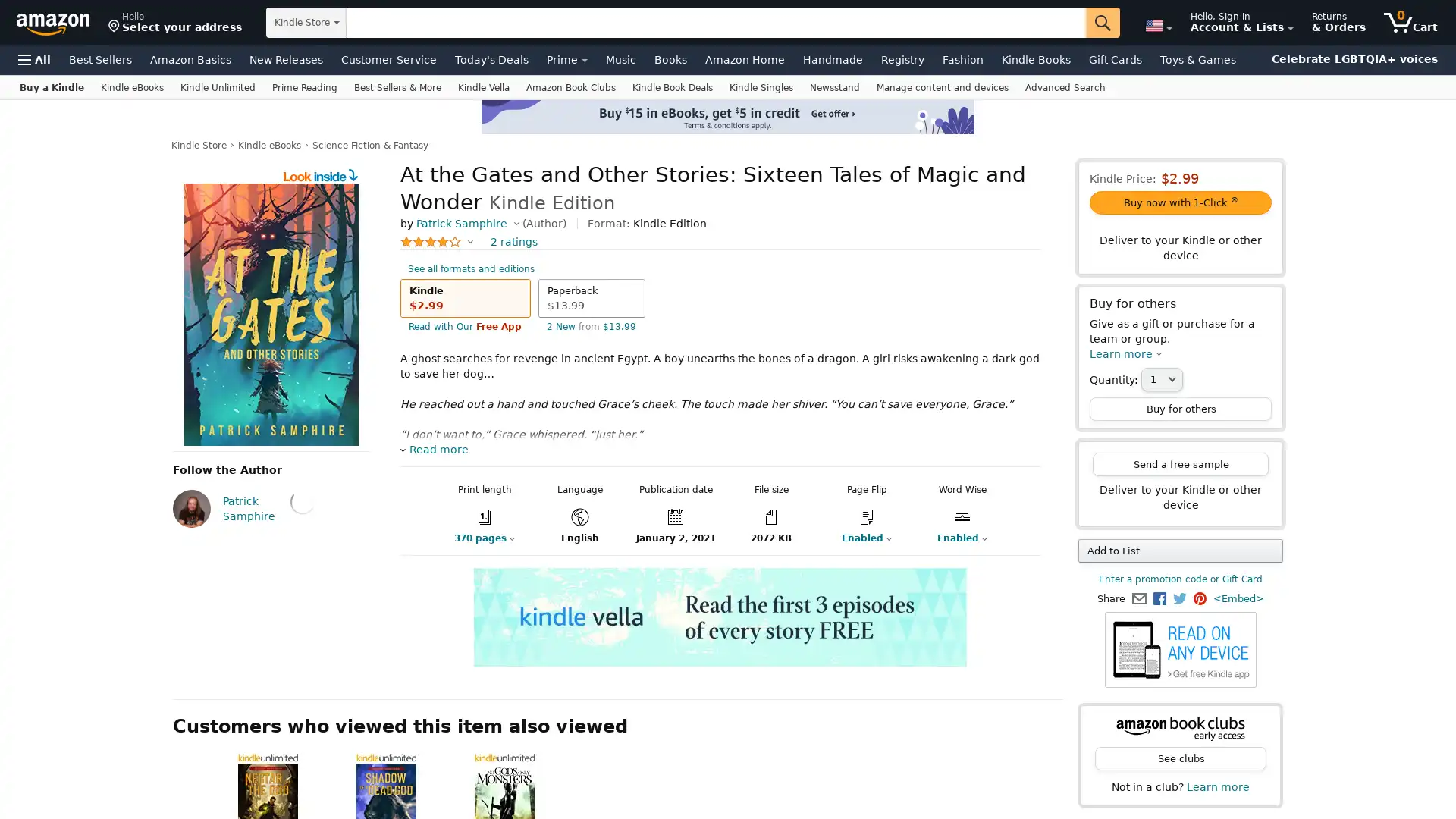  What do you see at coordinates (433, 449) in the screenshot?
I see `Read more` at bounding box center [433, 449].